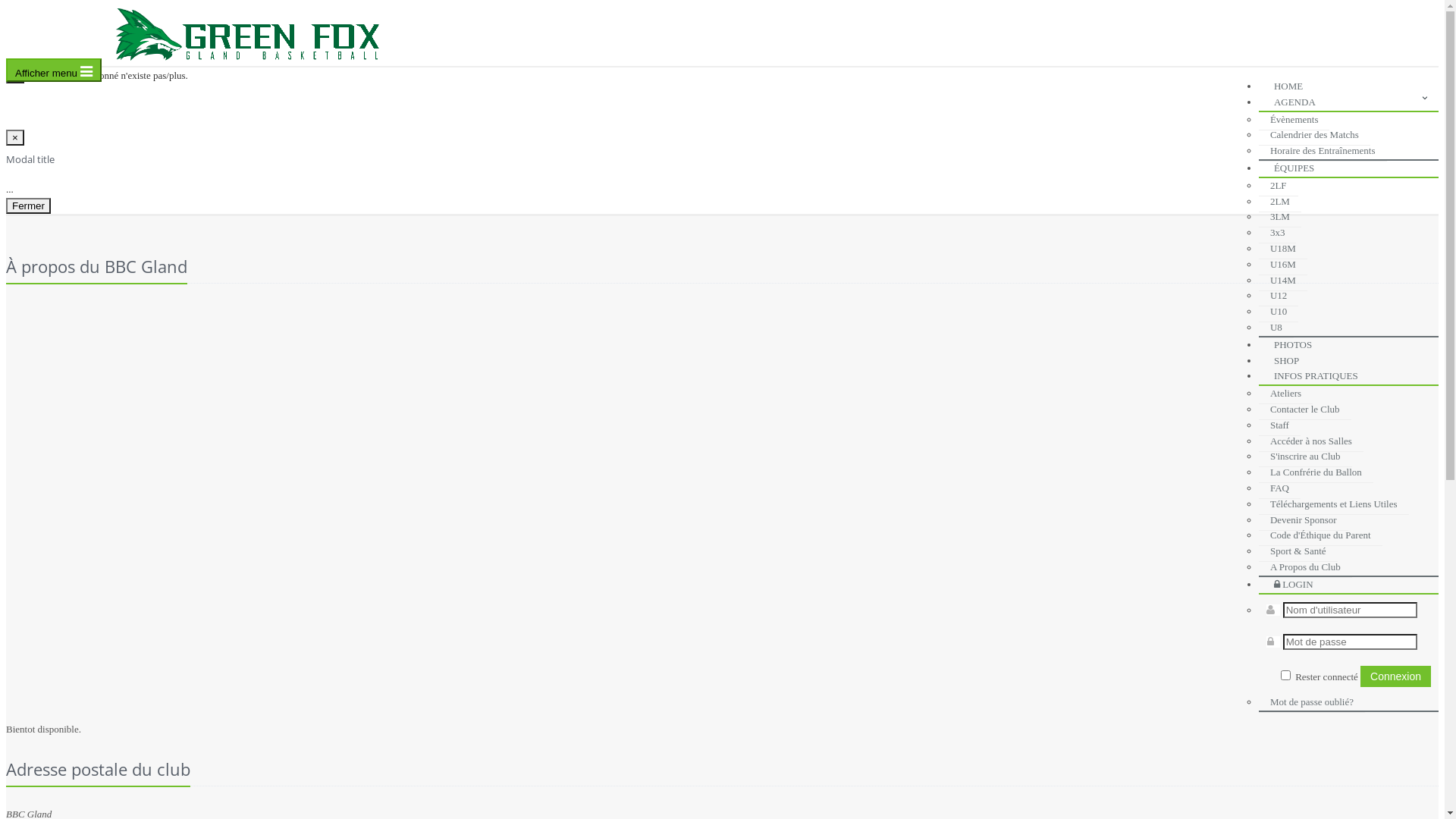 This screenshot has width=1456, height=819. Describe the element at coordinates (1279, 201) in the screenshot. I see `'2LM'` at that location.